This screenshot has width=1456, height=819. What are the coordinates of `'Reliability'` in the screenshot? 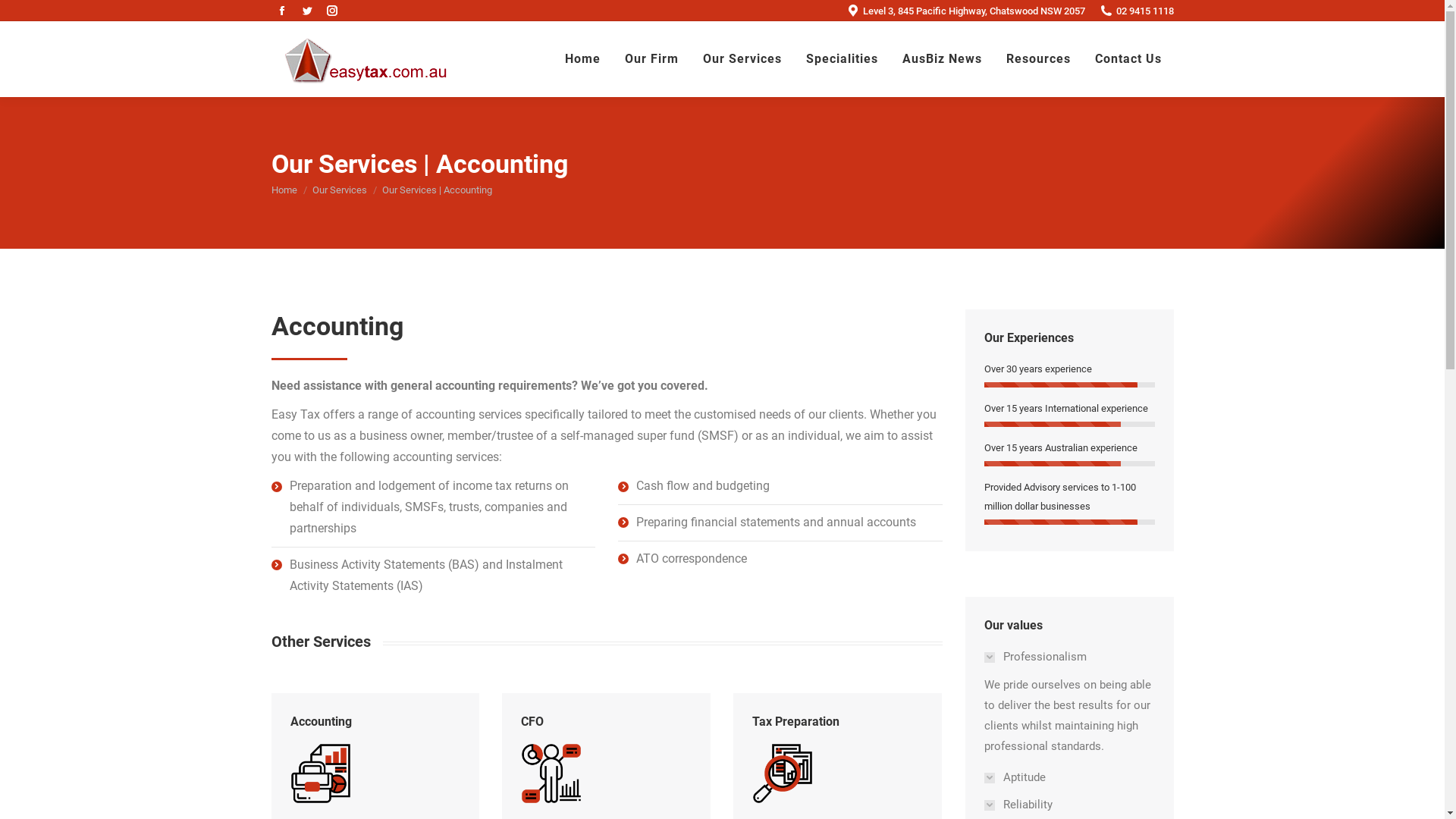 It's located at (1024, 804).